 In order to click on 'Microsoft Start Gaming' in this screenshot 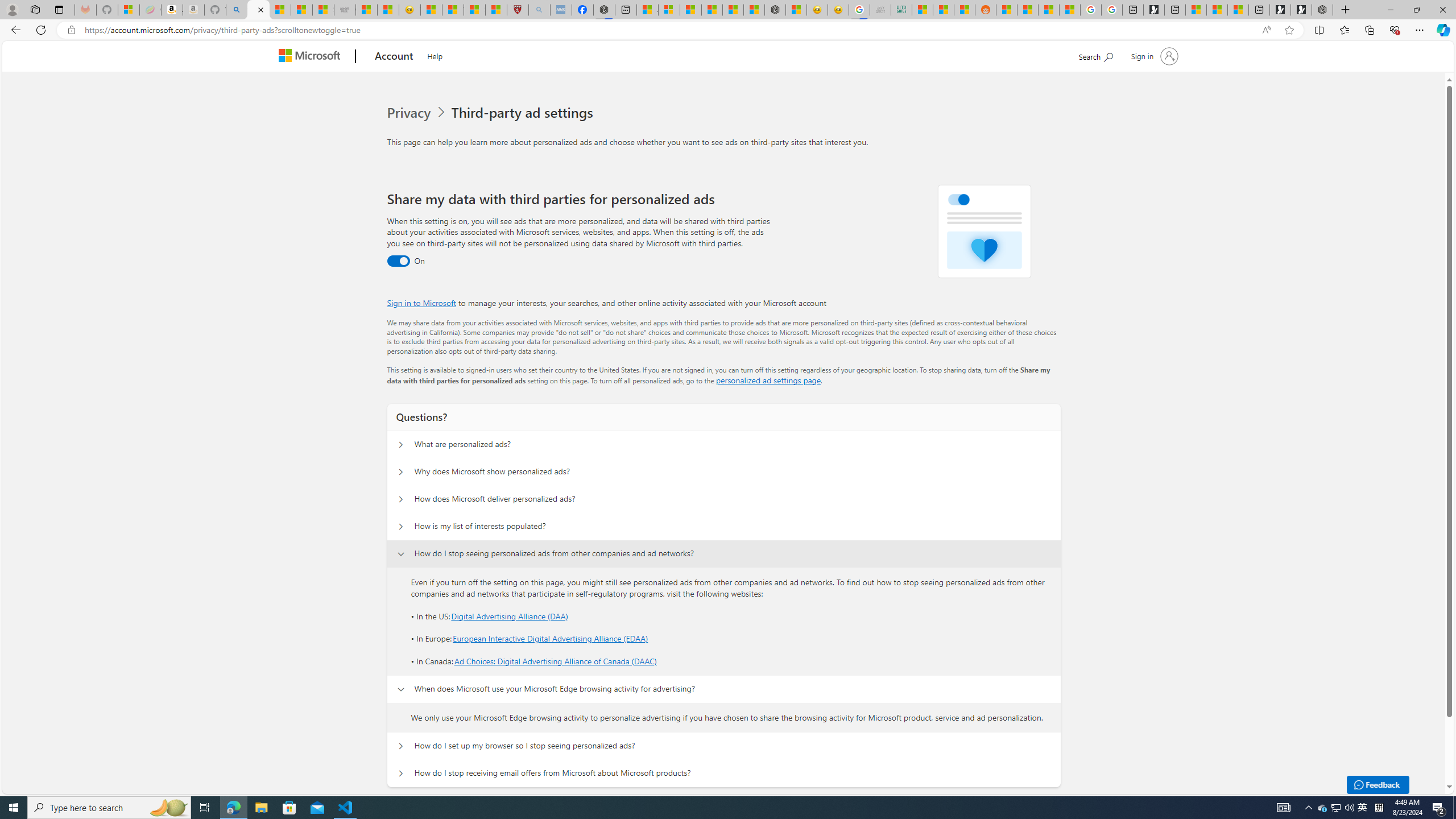, I will do `click(1153, 9)`.